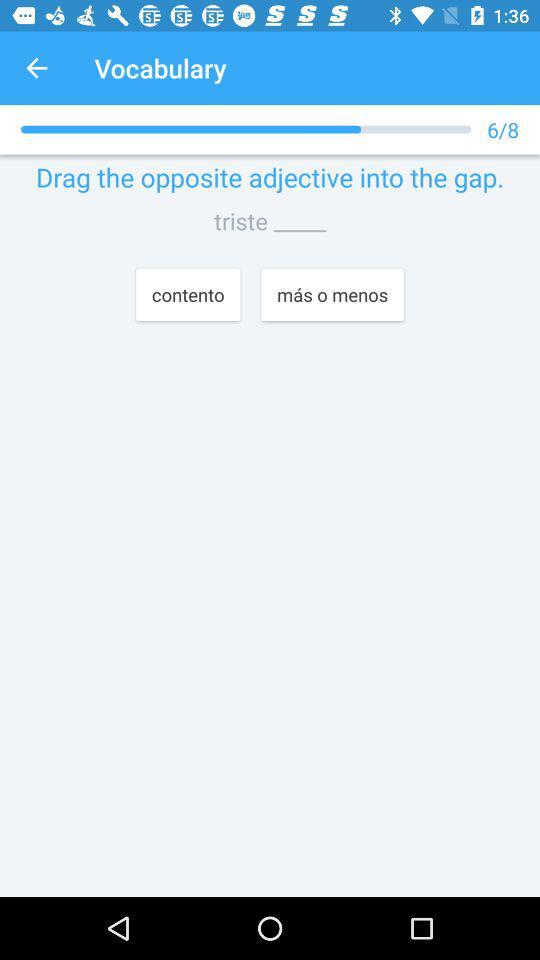 This screenshot has width=540, height=960. What do you see at coordinates (36, 68) in the screenshot?
I see `app next to the vocabulary app` at bounding box center [36, 68].